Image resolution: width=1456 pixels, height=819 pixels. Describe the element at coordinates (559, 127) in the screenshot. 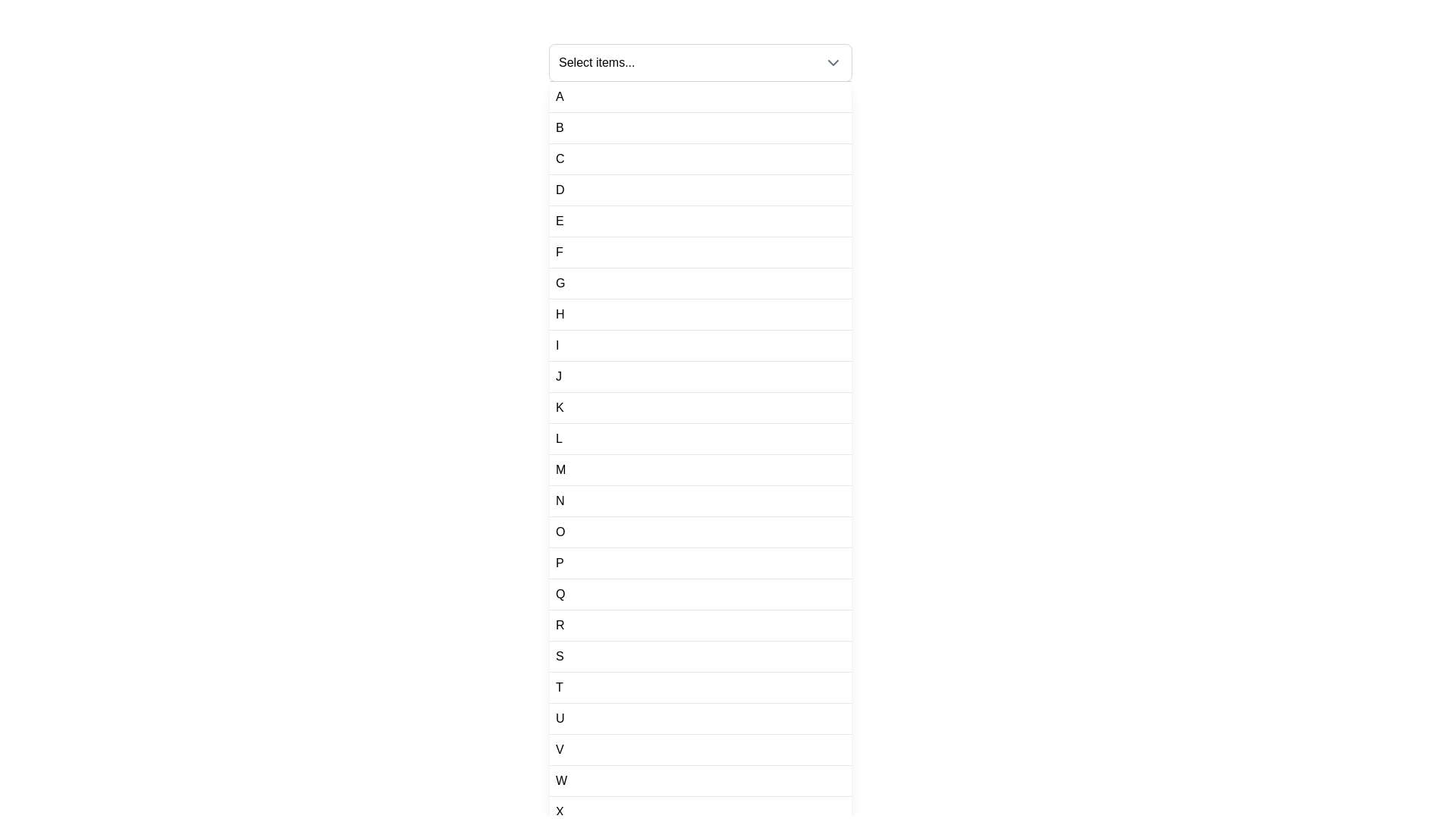

I see `the text label representing option 'B' in the dropdown list` at that location.